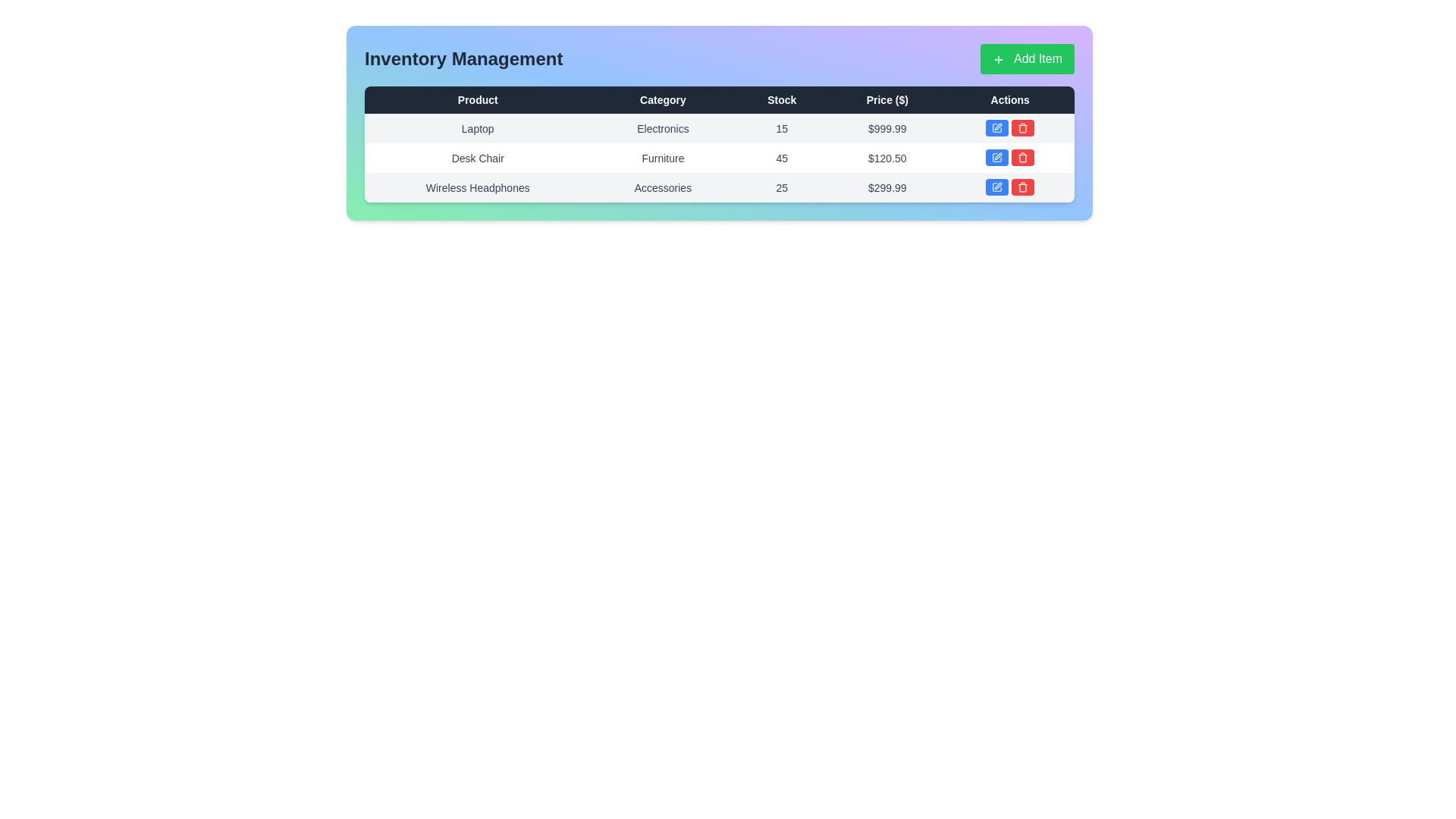 The image size is (1456, 819). What do you see at coordinates (997, 158) in the screenshot?
I see `the edit icon button located in the 'Actions' column for the second row corresponding to the 'Desk Chair' product entry` at bounding box center [997, 158].